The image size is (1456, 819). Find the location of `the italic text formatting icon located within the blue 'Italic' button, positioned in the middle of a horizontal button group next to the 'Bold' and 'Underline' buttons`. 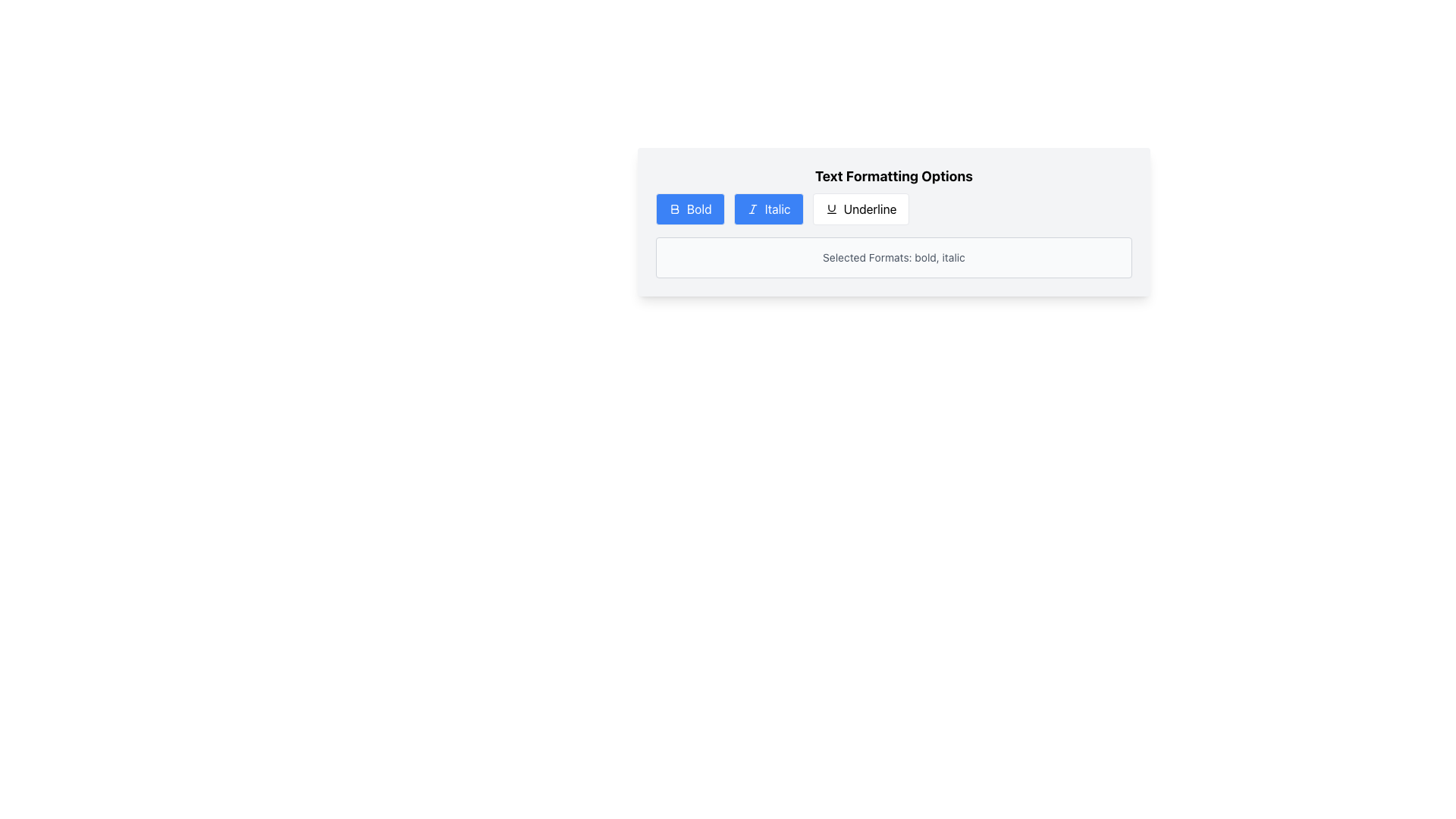

the italic text formatting icon located within the blue 'Italic' button, positioned in the middle of a horizontal button group next to the 'Bold' and 'Underline' buttons is located at coordinates (752, 209).